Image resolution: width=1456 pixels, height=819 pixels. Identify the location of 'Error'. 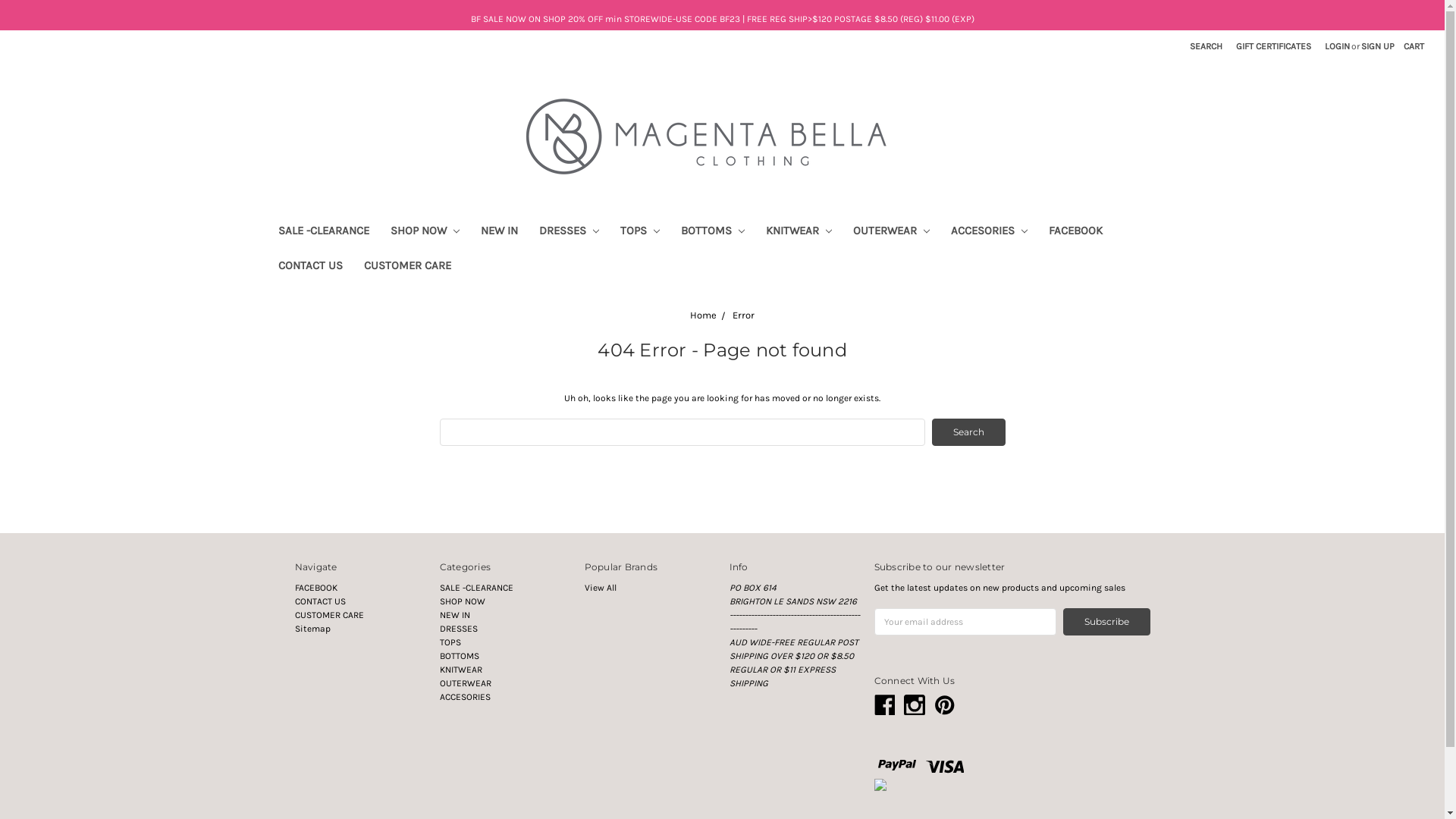
(743, 314).